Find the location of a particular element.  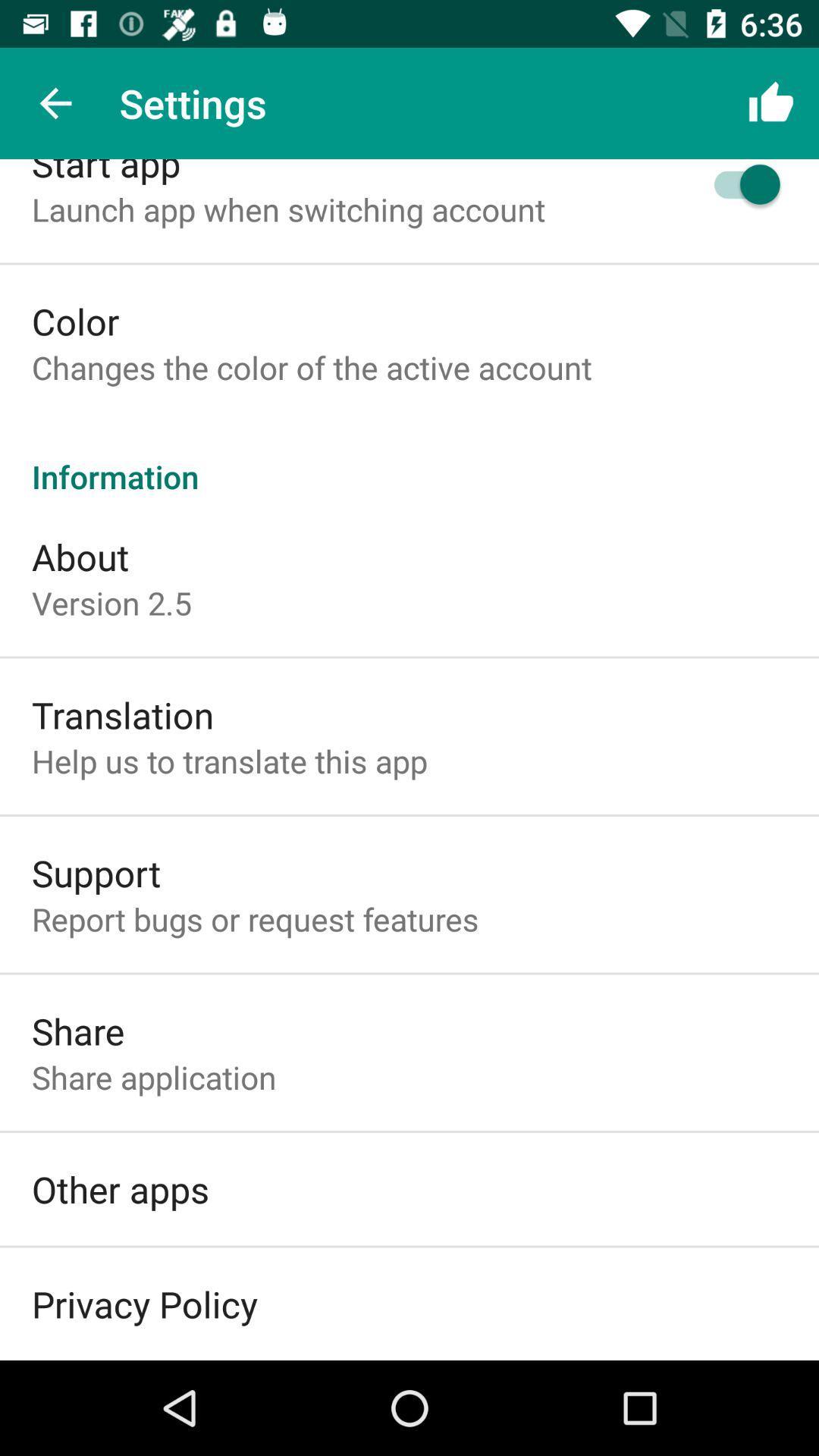

item above the privacy policy icon is located at coordinates (119, 1188).